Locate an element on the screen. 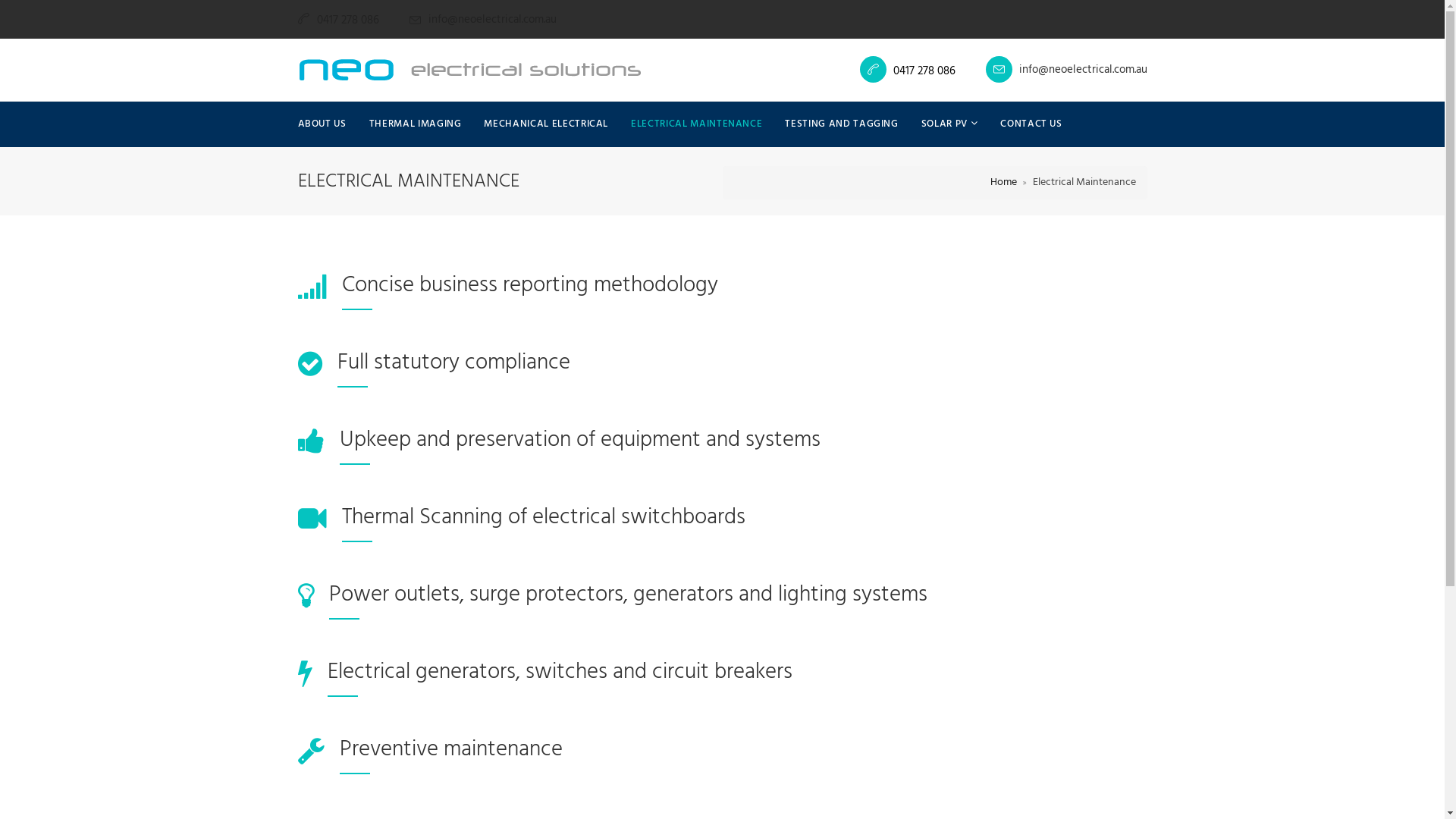 This screenshot has height=819, width=1456. 'TESTING AND TAGGING' is located at coordinates (840, 124).